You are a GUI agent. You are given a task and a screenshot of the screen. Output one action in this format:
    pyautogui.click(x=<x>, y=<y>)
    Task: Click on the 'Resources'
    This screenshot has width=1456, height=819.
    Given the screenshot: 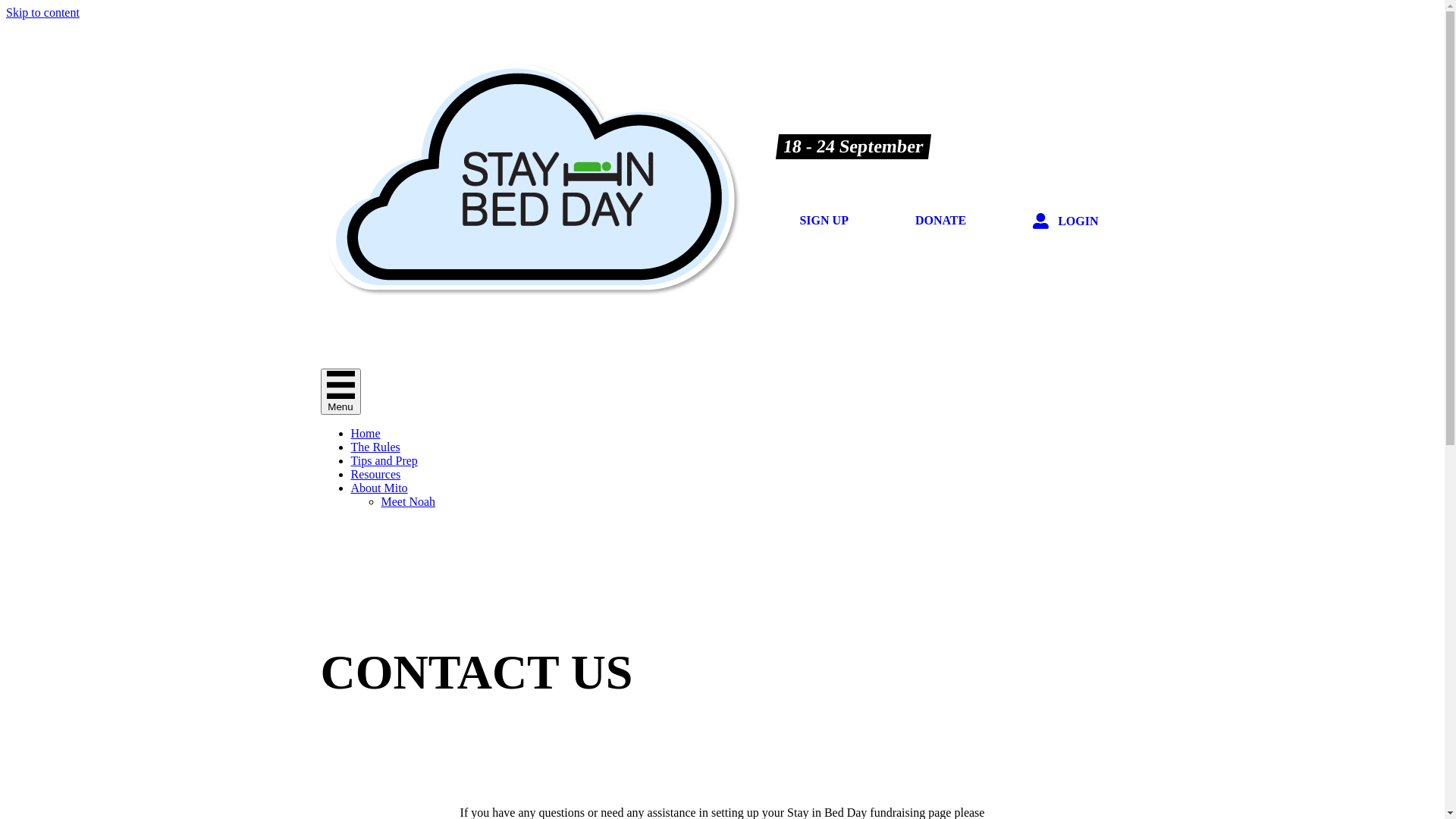 What is the action you would take?
    pyautogui.click(x=375, y=473)
    